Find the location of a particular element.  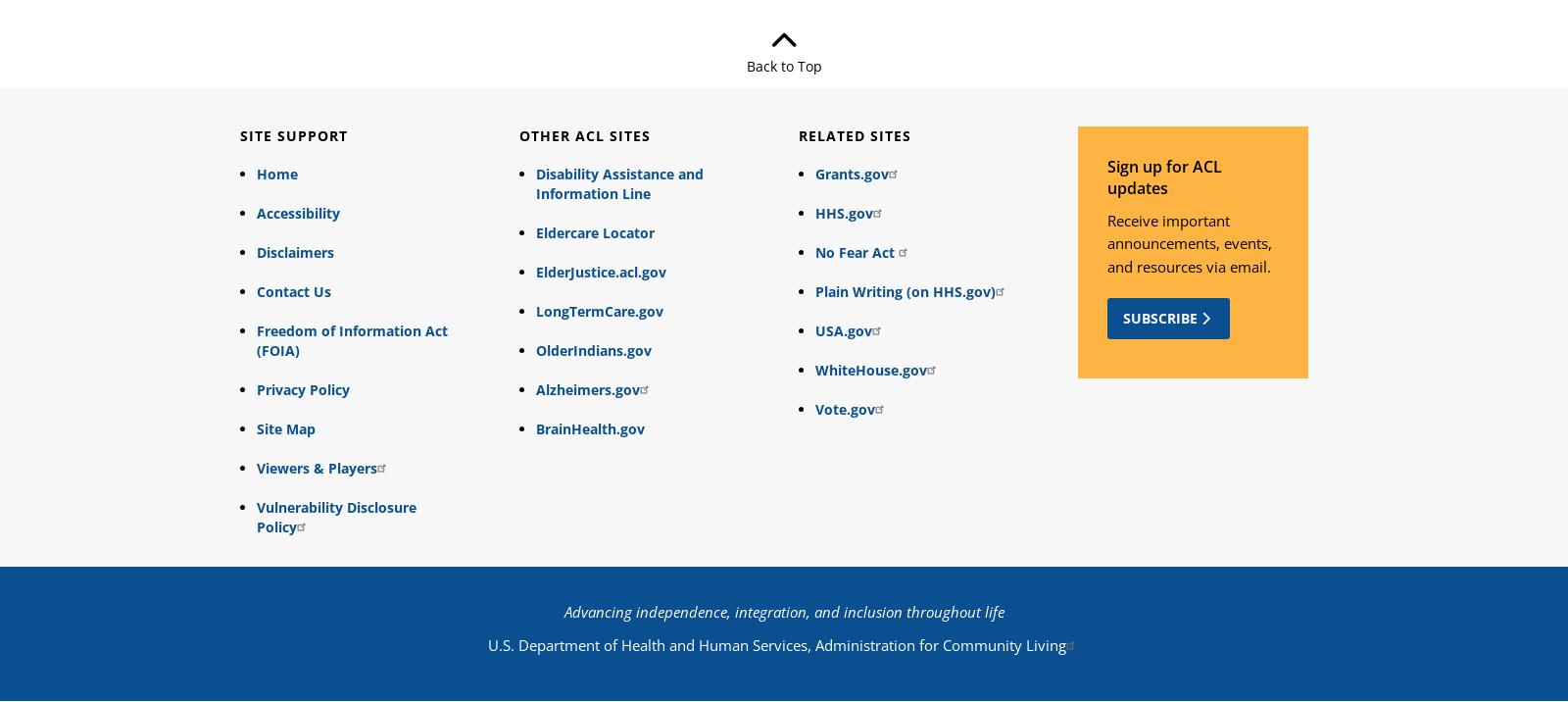

'Disclaimers' is located at coordinates (294, 252).